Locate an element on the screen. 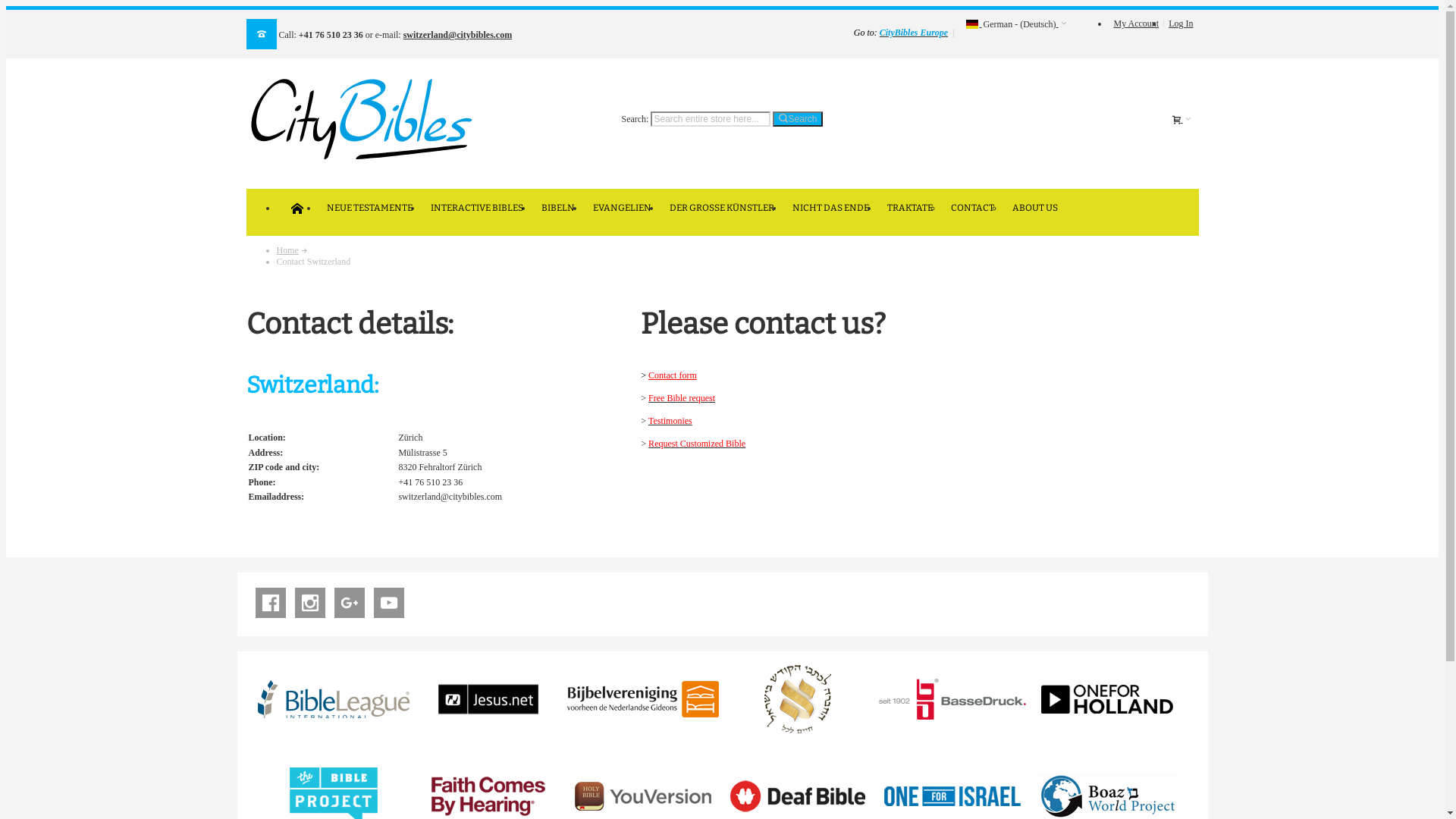 This screenshot has height=819, width=1456. 'ABOUT US' is located at coordinates (1033, 207).